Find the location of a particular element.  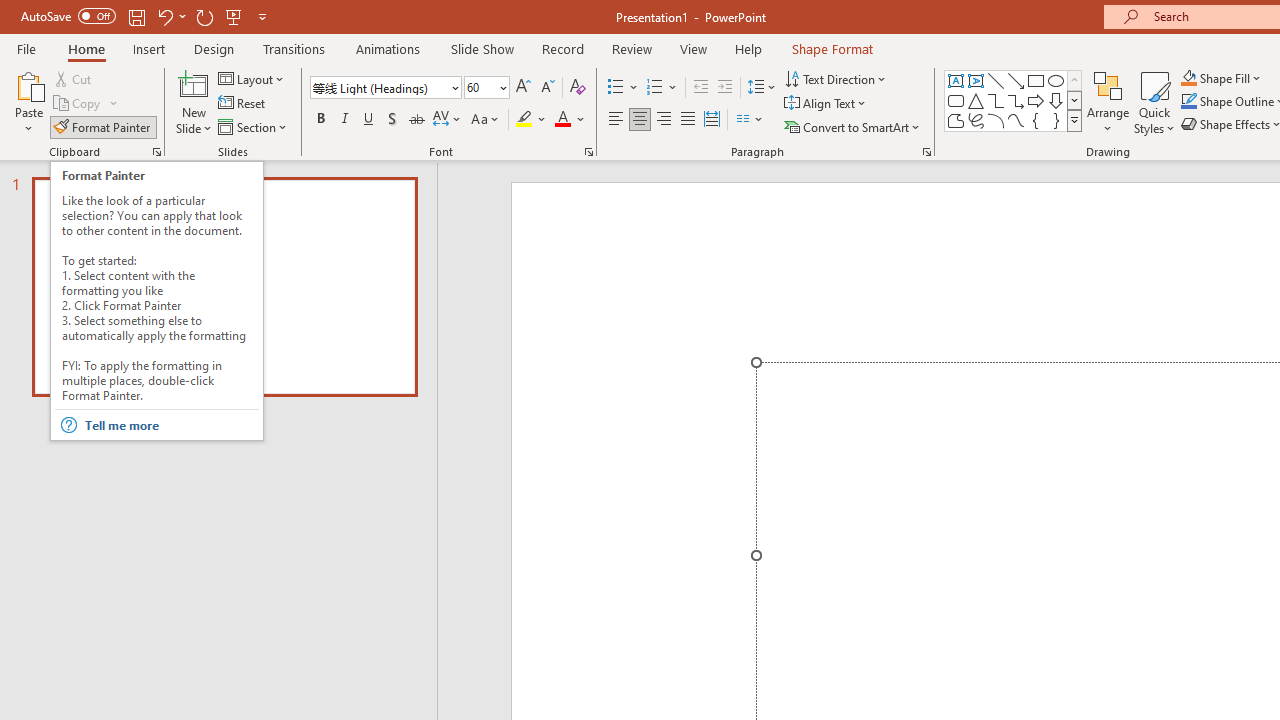

'Help' is located at coordinates (747, 48).